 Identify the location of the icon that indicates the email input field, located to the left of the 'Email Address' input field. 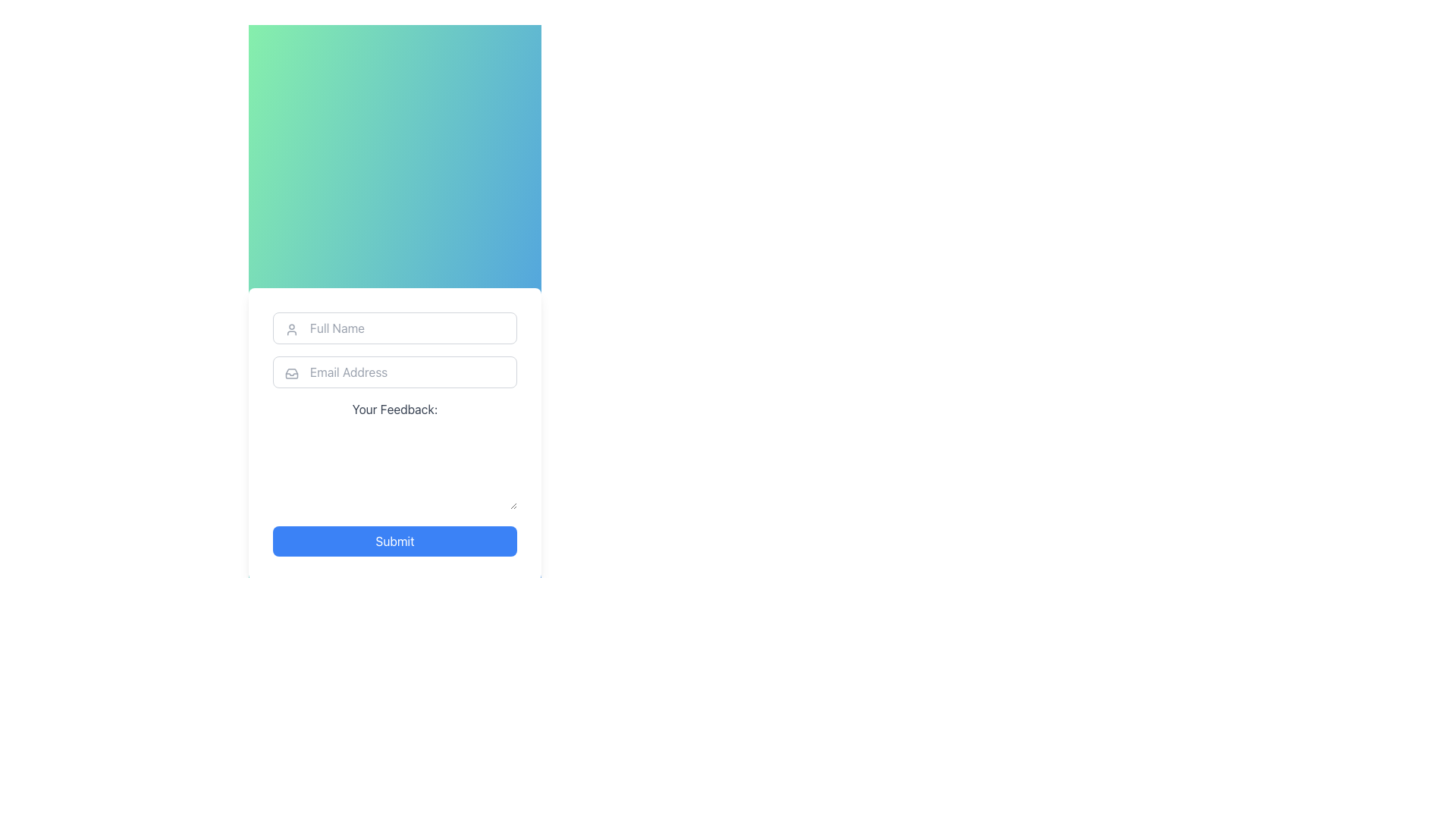
(291, 374).